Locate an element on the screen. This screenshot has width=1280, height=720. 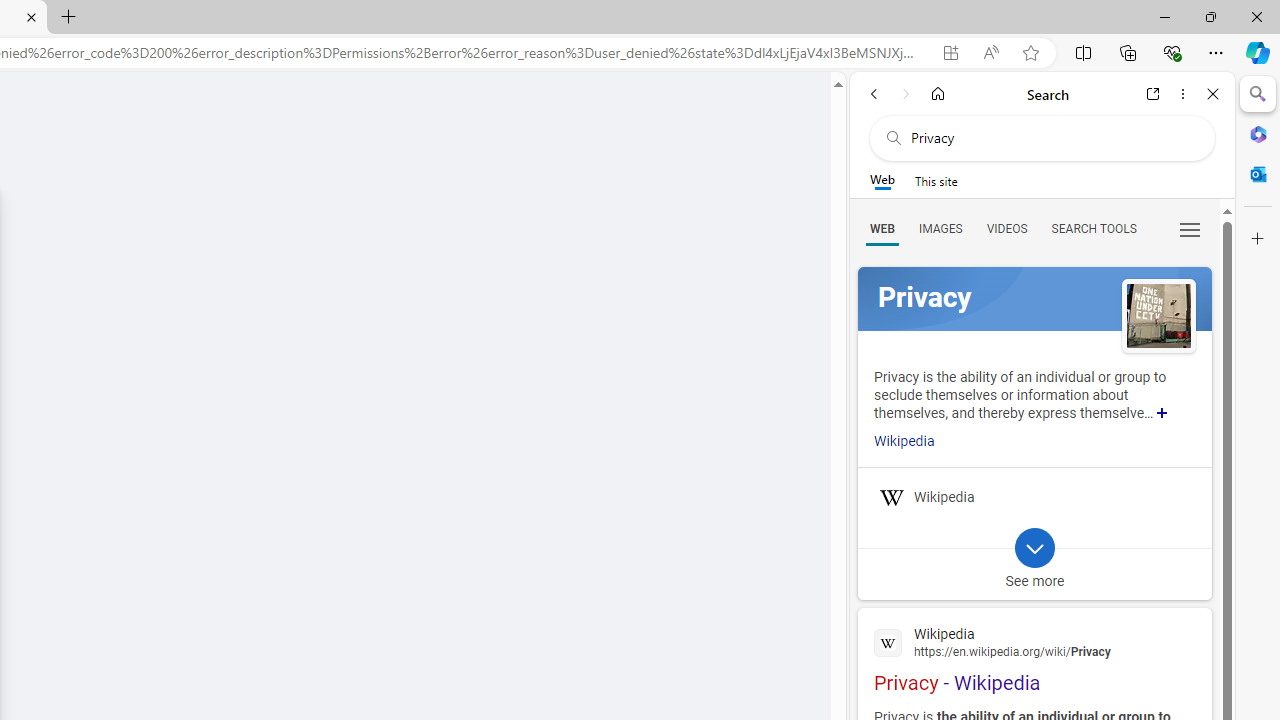
'WEB  ' is located at coordinates (881, 227).